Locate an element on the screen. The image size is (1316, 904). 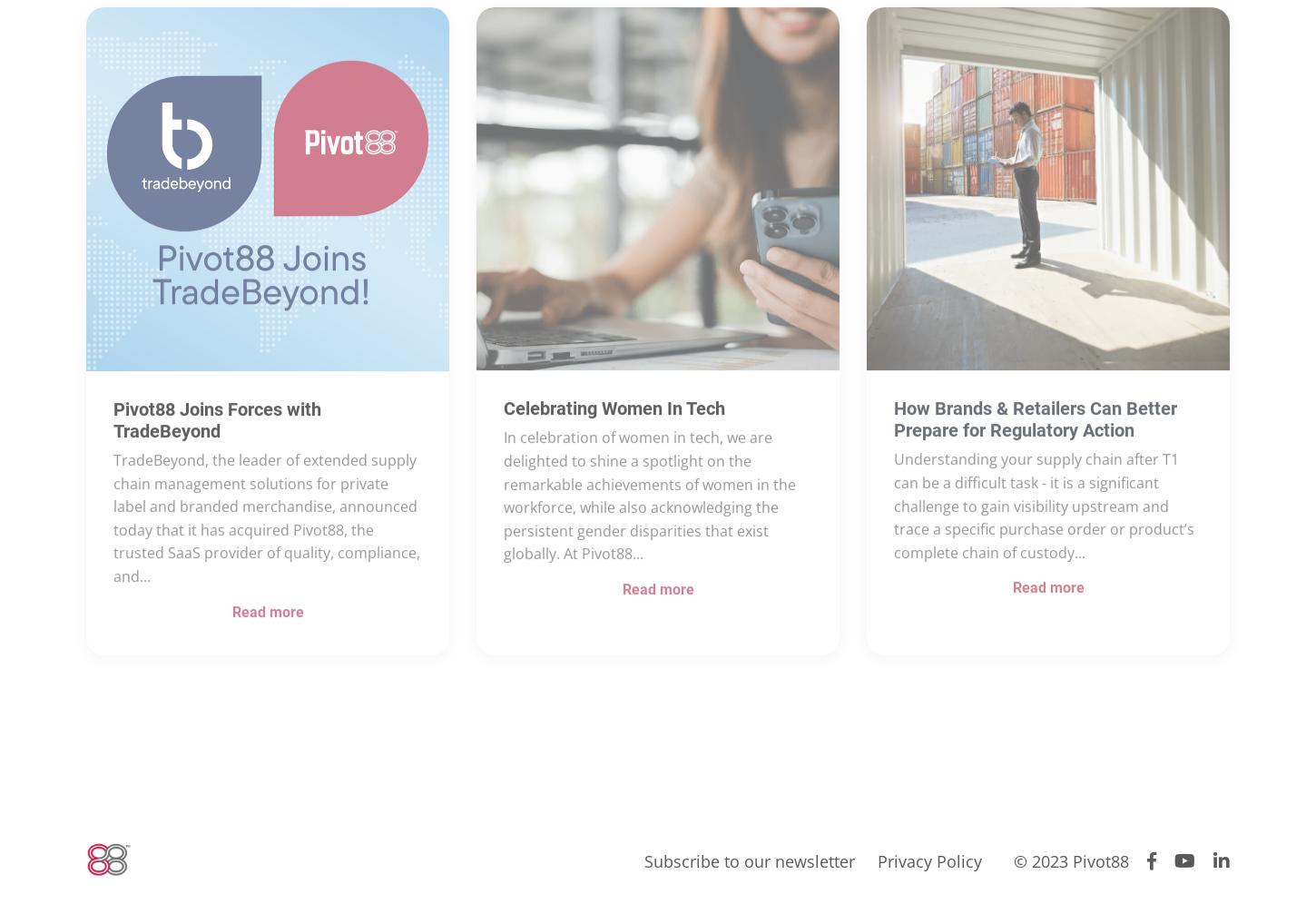
'How Brands & Retailers Can Better Prepare for Regulatory Action' is located at coordinates (1035, 476).